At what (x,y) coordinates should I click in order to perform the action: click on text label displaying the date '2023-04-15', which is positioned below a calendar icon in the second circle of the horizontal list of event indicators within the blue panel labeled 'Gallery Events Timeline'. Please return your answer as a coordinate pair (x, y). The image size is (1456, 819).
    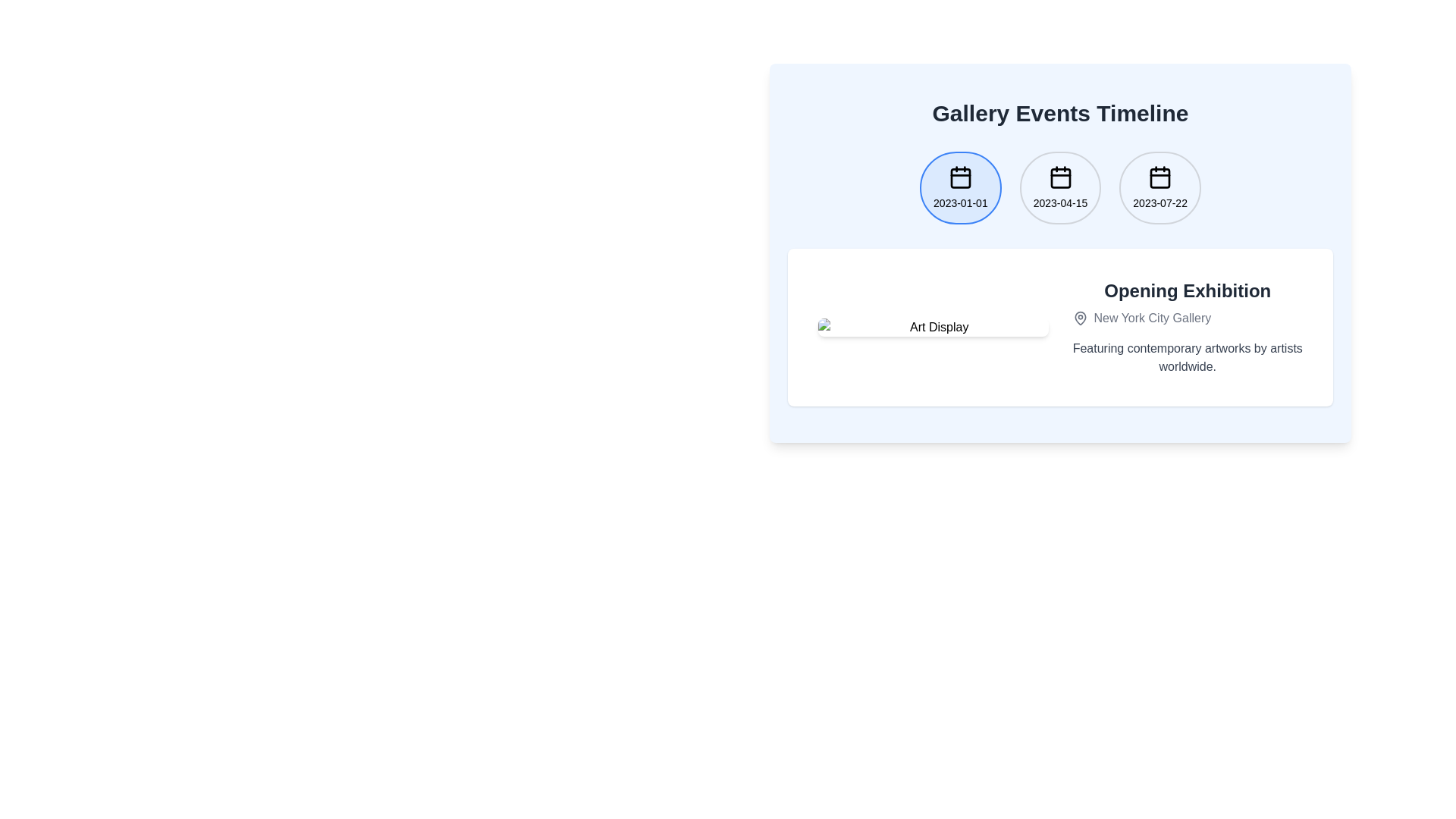
    Looking at the image, I should click on (1059, 202).